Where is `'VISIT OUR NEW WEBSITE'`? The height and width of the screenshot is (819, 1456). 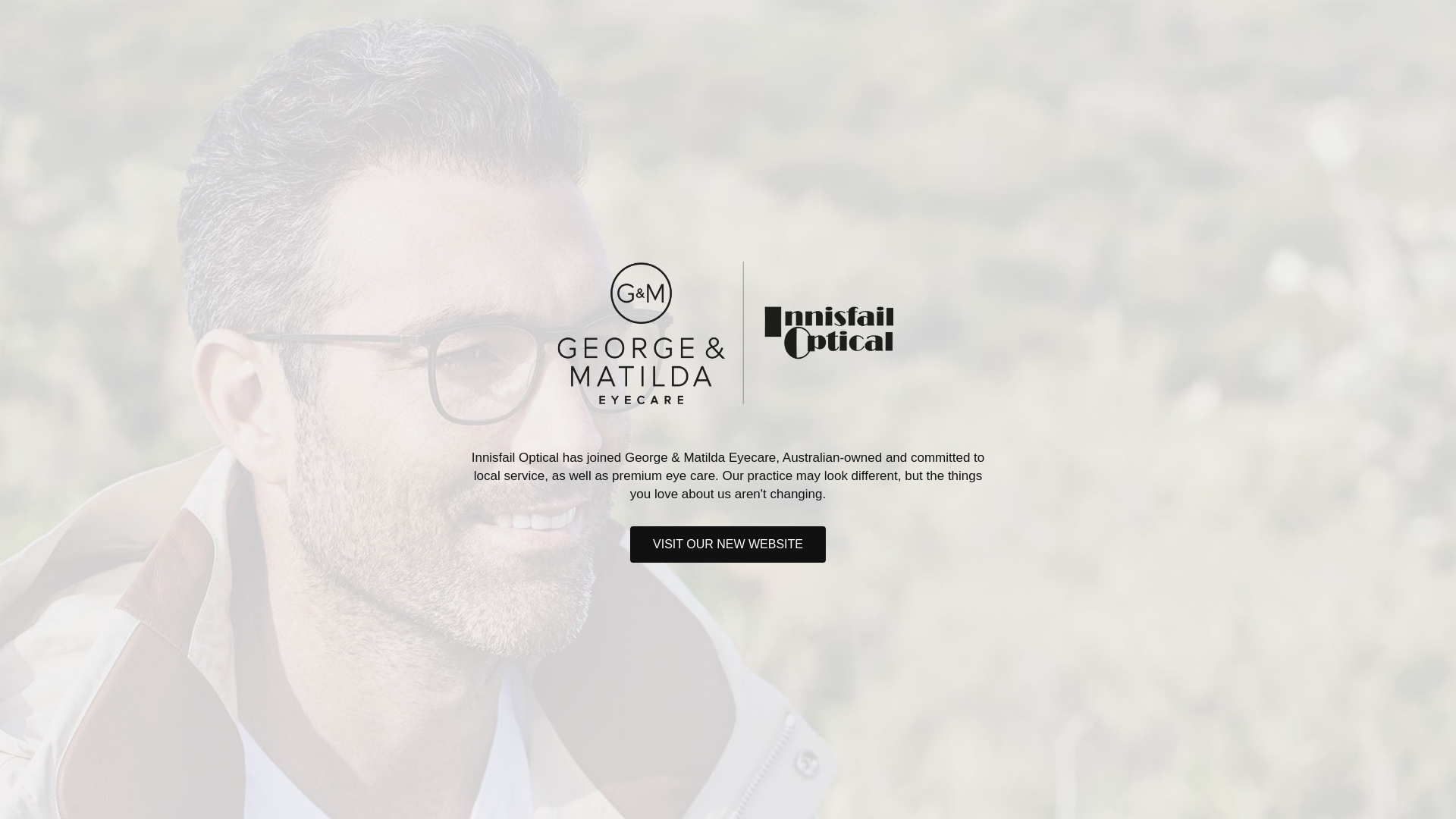
'VISIT OUR NEW WEBSITE' is located at coordinates (728, 543).